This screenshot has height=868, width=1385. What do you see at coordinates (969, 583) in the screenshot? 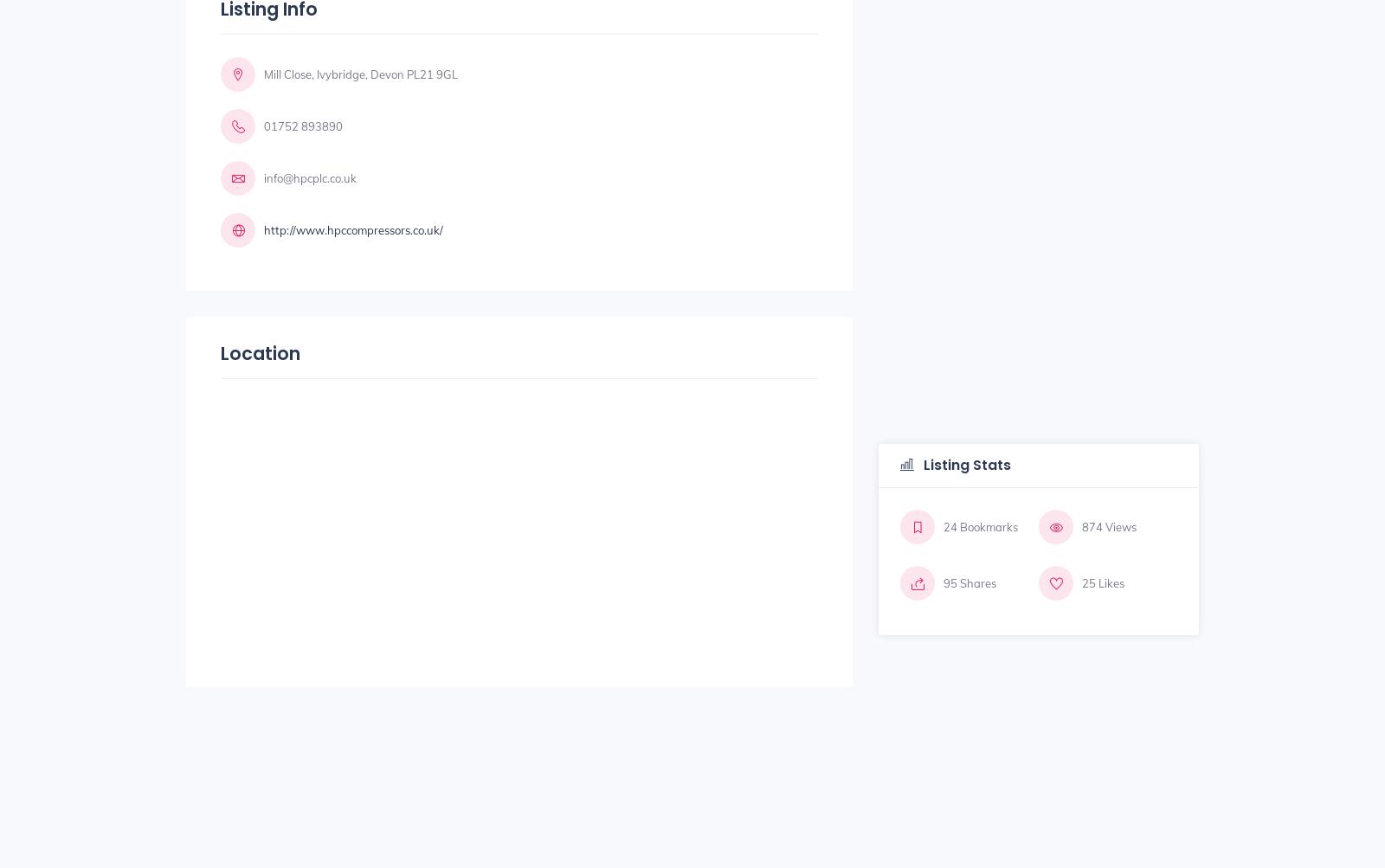
I see `'95 Shares'` at bounding box center [969, 583].